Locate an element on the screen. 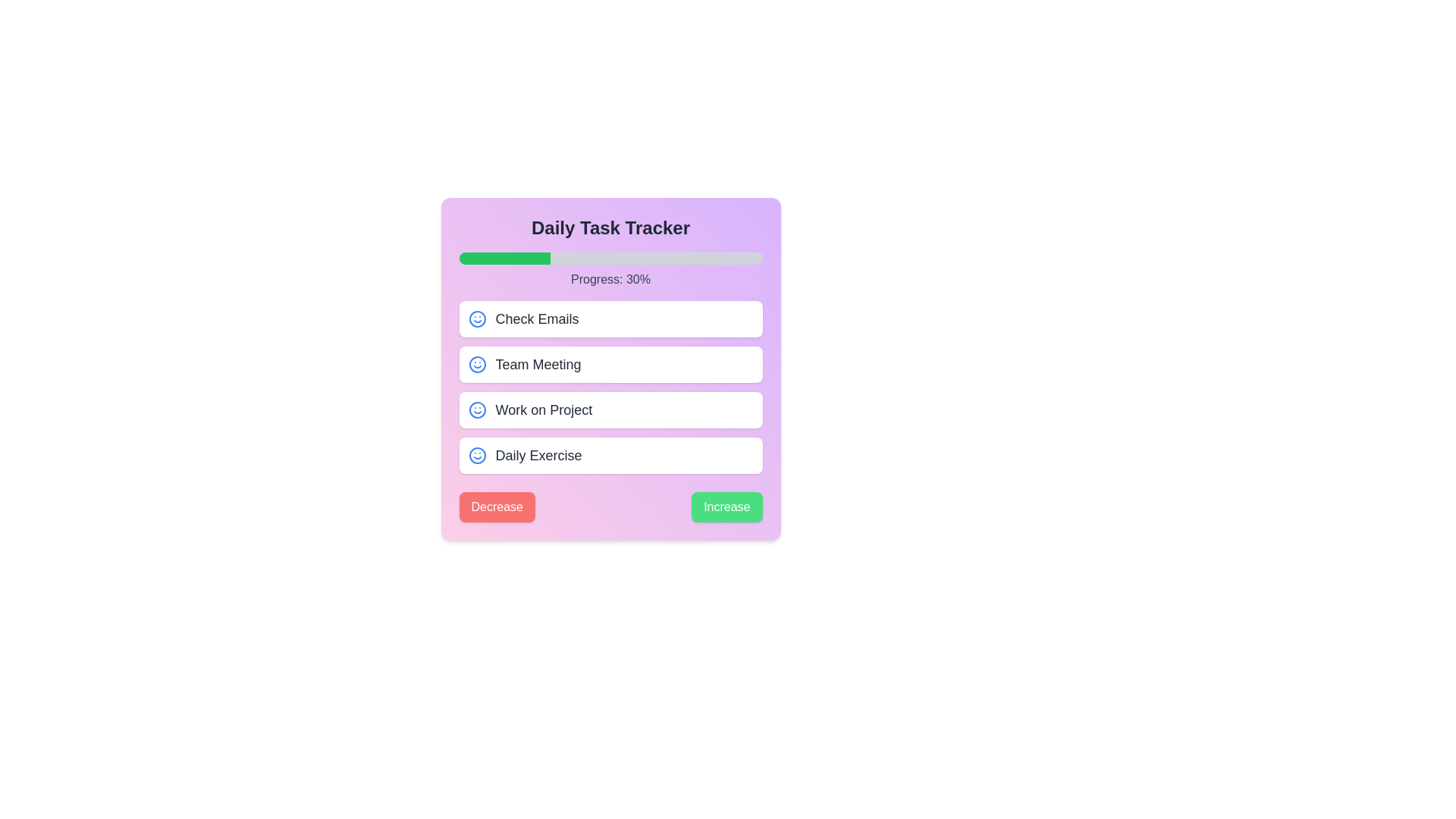  the decorative circle with a blue border located within the smiley icon of the third task 'Work on Project' in the task tracker is located at coordinates (476, 409).